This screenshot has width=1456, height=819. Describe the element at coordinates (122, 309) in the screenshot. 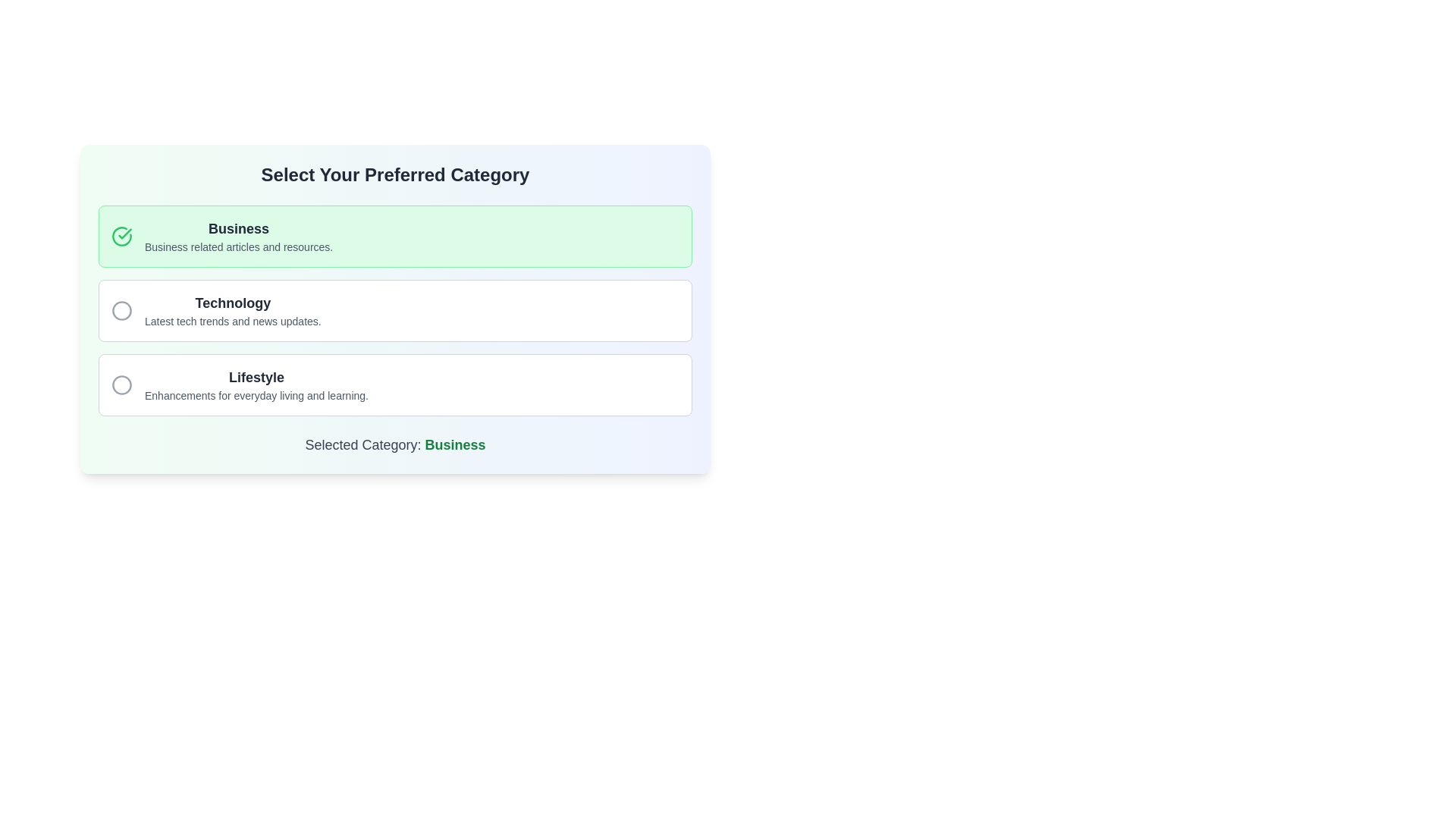

I see `the circular icon with a gray border located to the left of the 'Technology' text` at that location.